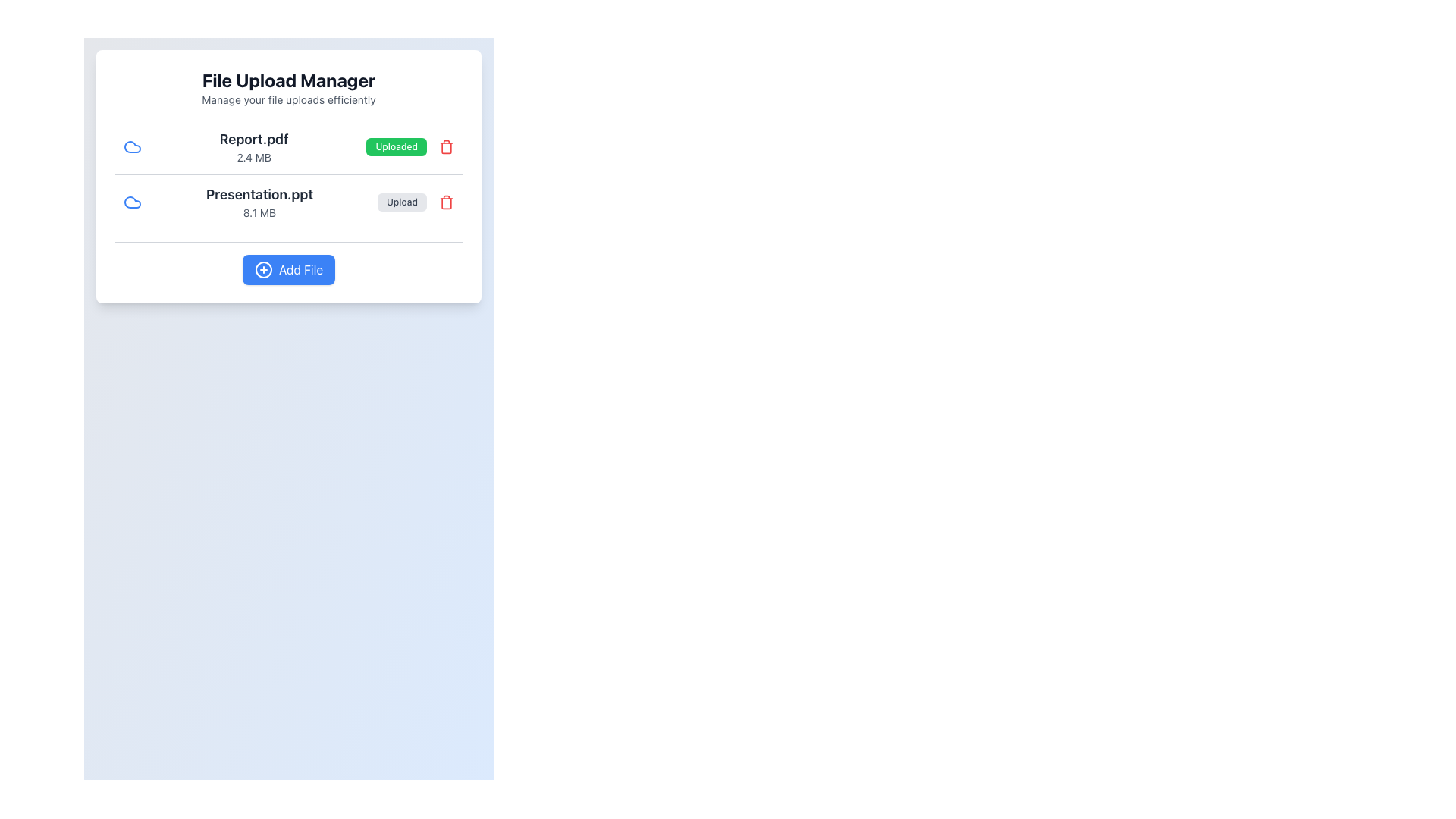 This screenshot has height=819, width=1456. What do you see at coordinates (263, 268) in the screenshot?
I see `the icon that visually represents the action of adding new files, located to the left of the 'Add File' text in the blue button at the bottom center of the interface` at bounding box center [263, 268].